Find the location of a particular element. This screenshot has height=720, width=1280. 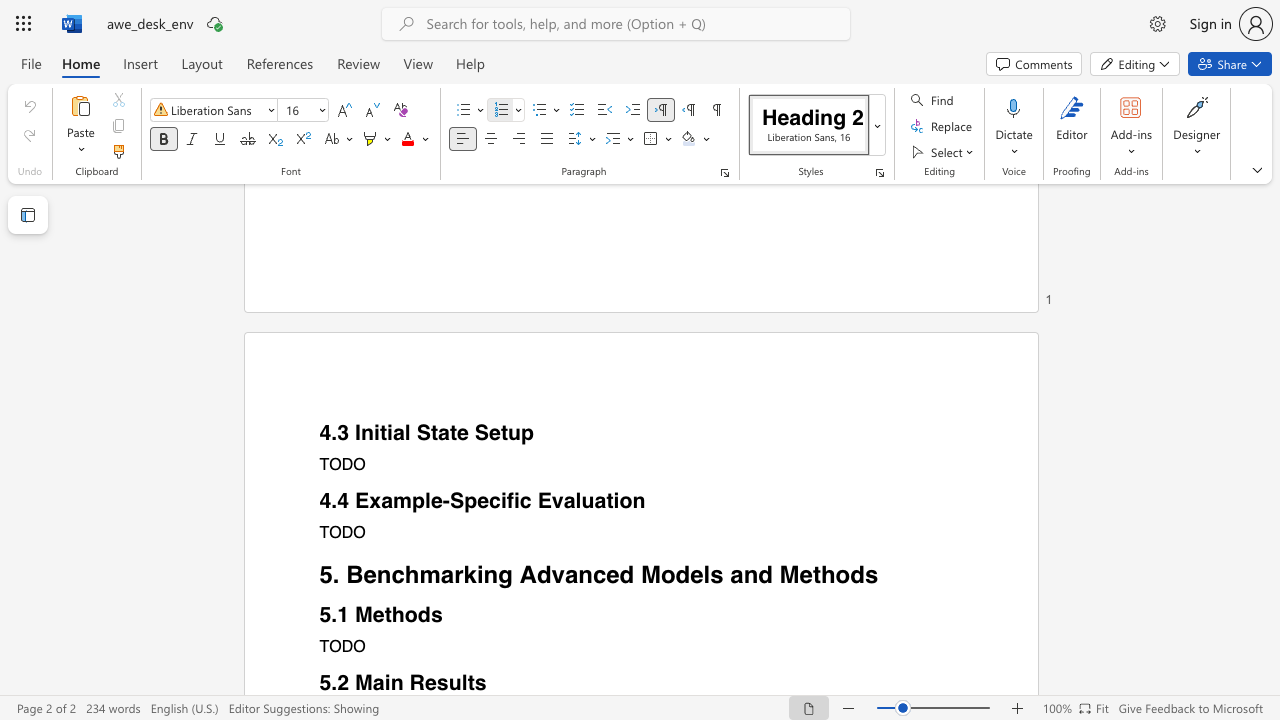

the 1th character "i" in the text is located at coordinates (387, 682).